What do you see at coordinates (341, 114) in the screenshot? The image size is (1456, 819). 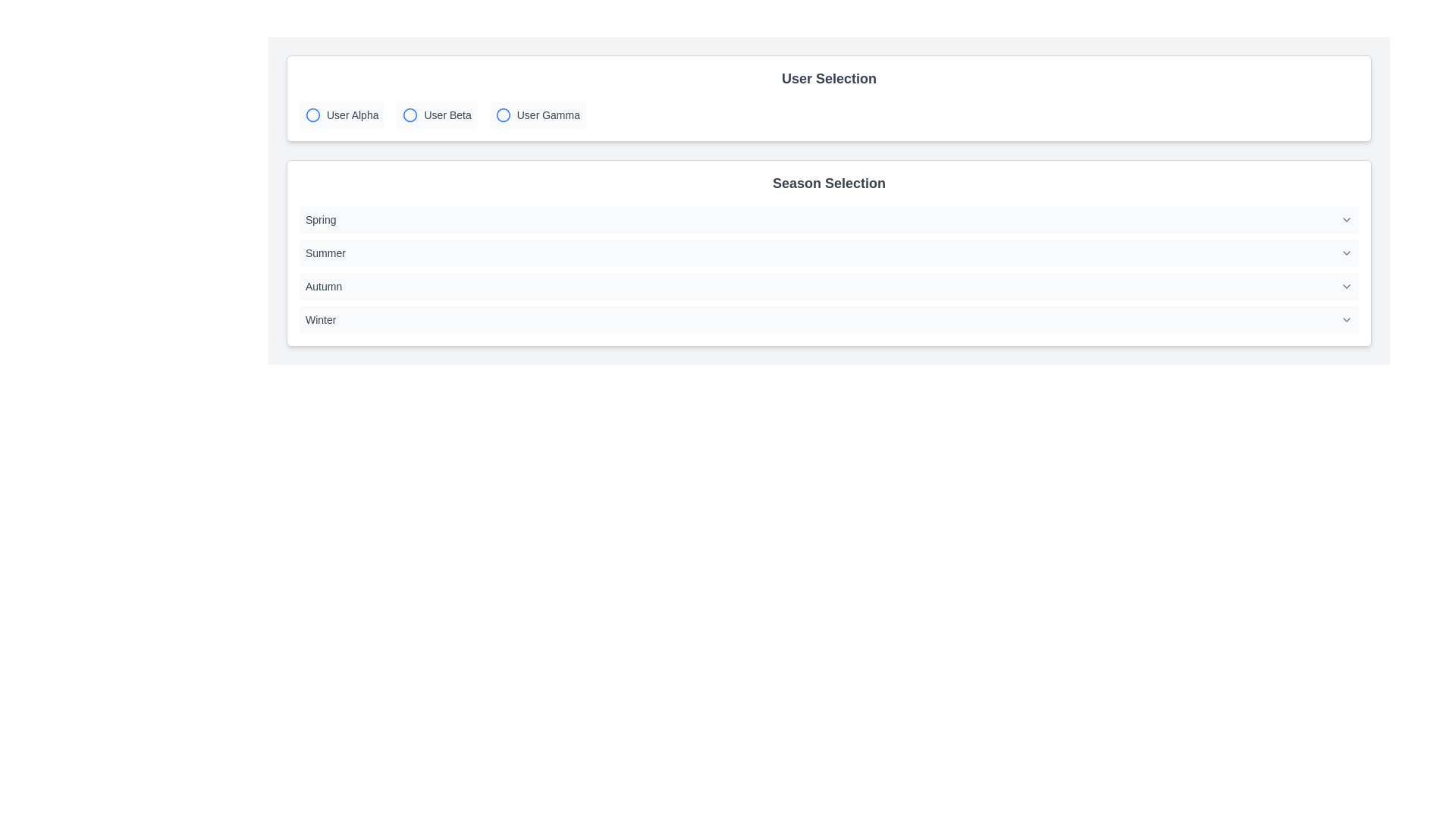 I see `the 'User Alpha' button in the 'User Selection' section` at bounding box center [341, 114].